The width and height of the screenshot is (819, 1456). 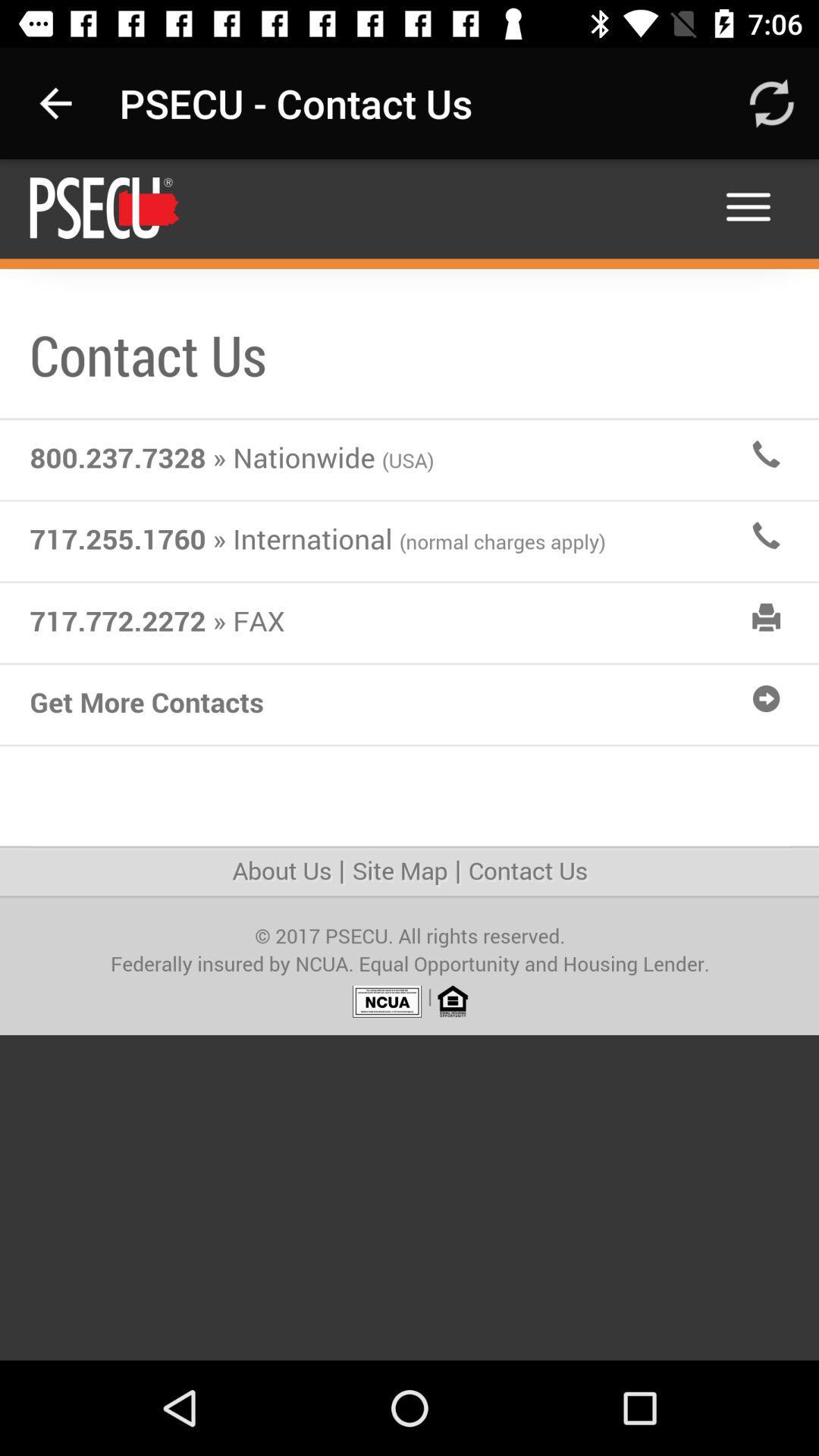 What do you see at coordinates (409, 760) in the screenshot?
I see `contact info` at bounding box center [409, 760].